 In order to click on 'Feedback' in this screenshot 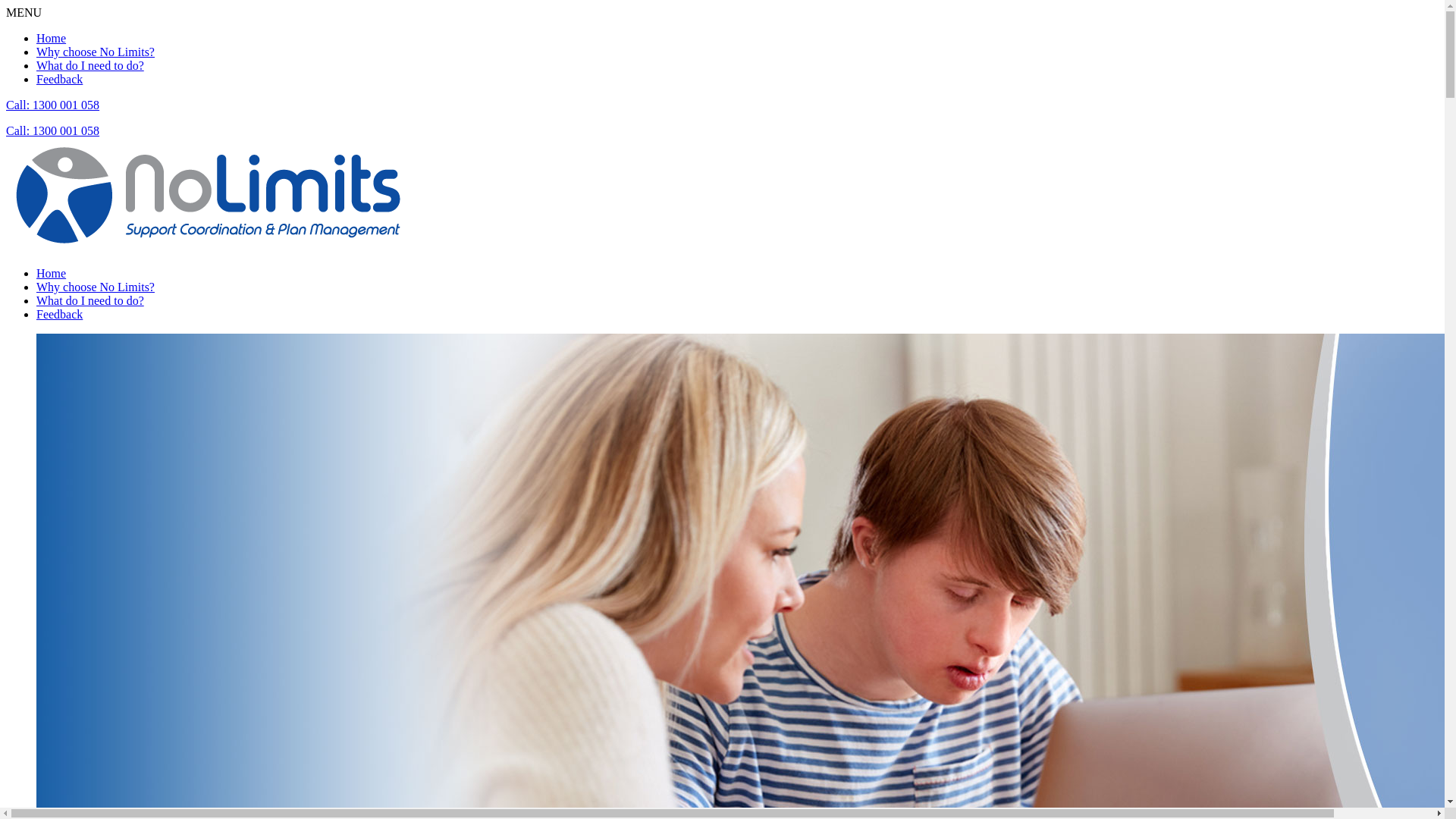, I will do `click(59, 313)`.